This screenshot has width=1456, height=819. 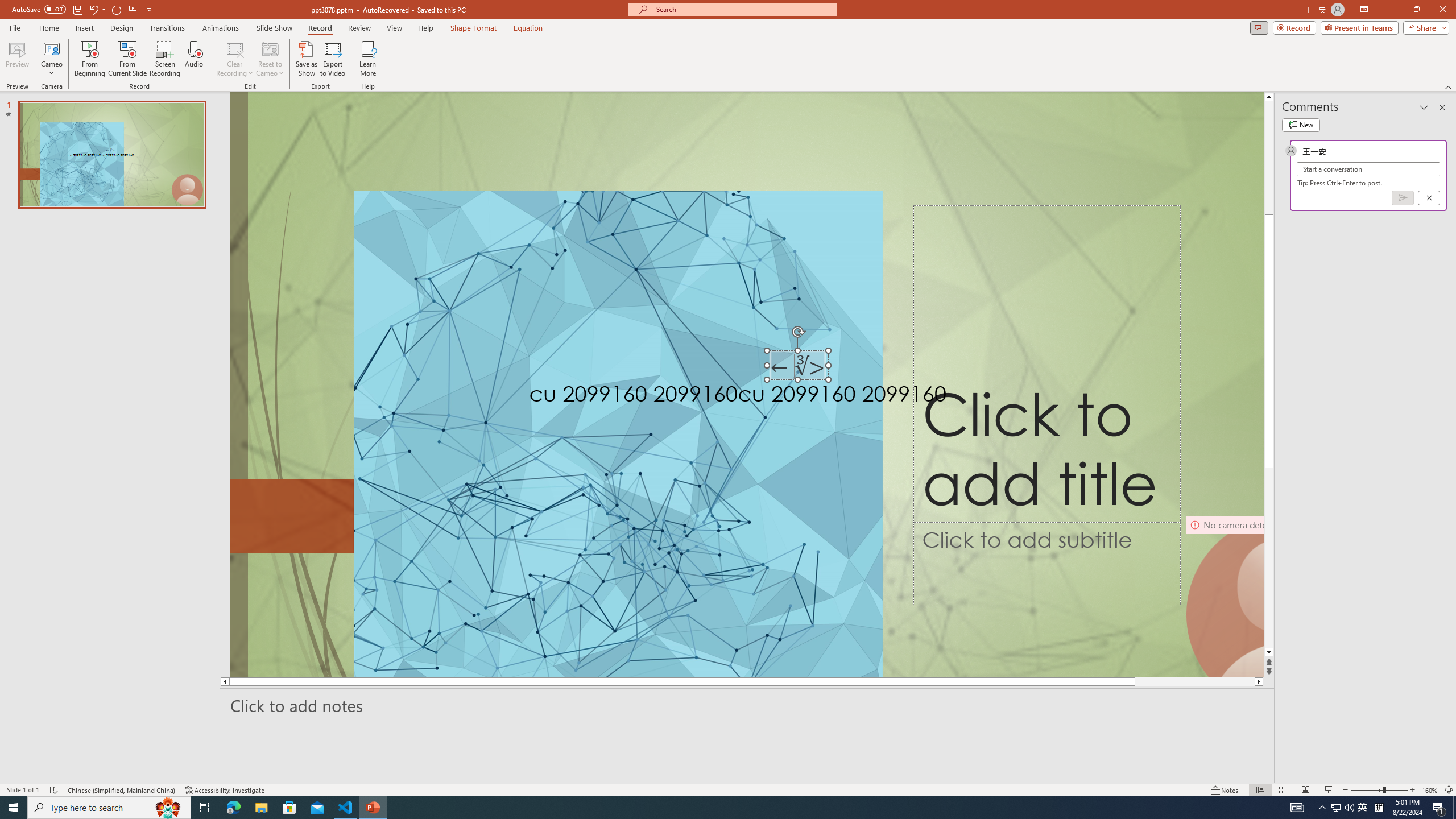 What do you see at coordinates (797, 366) in the screenshot?
I see `'TextBox 7'` at bounding box center [797, 366].